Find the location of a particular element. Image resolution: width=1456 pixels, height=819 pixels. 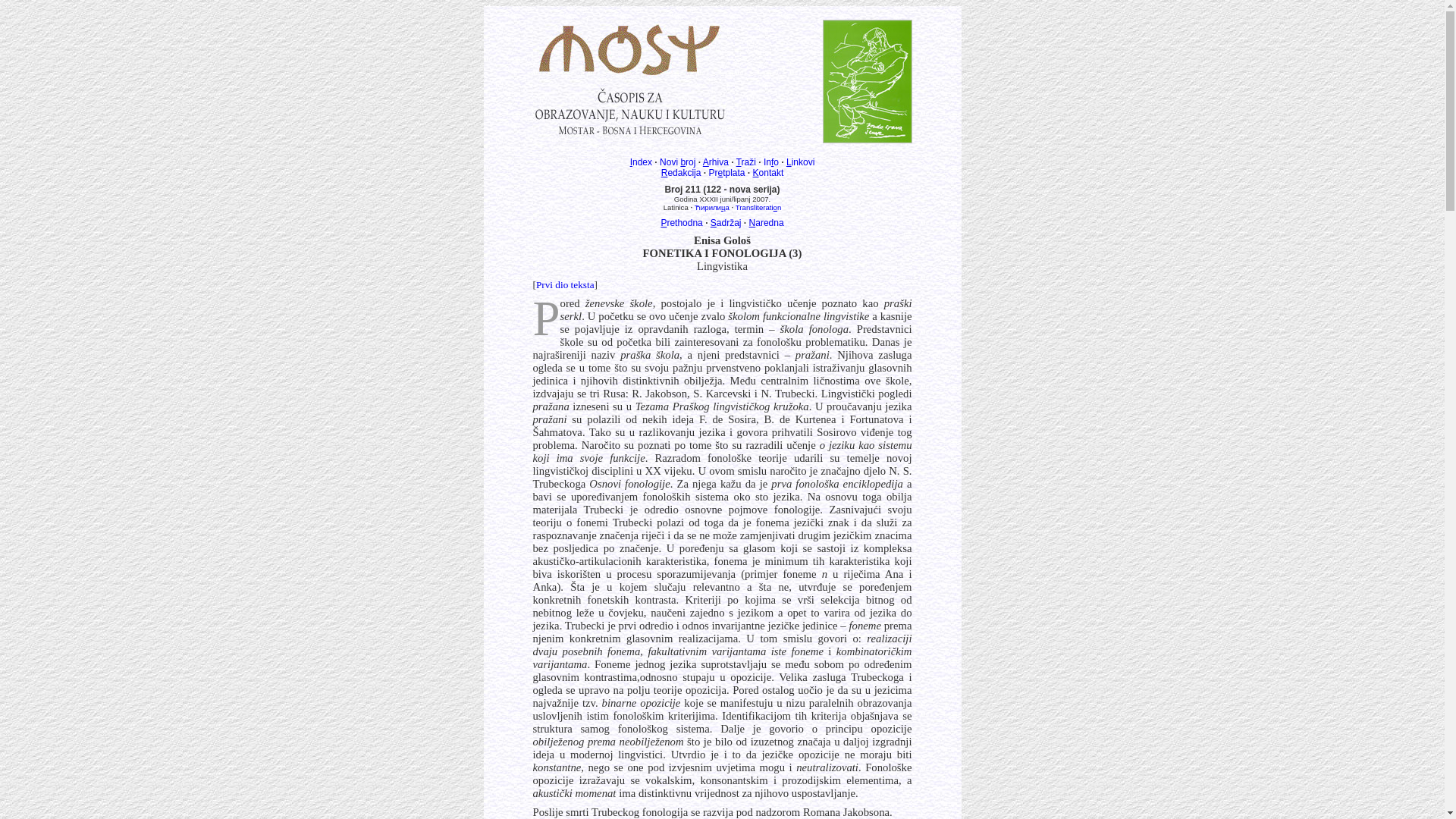

'Prvi dio teksta' is located at coordinates (564, 284).